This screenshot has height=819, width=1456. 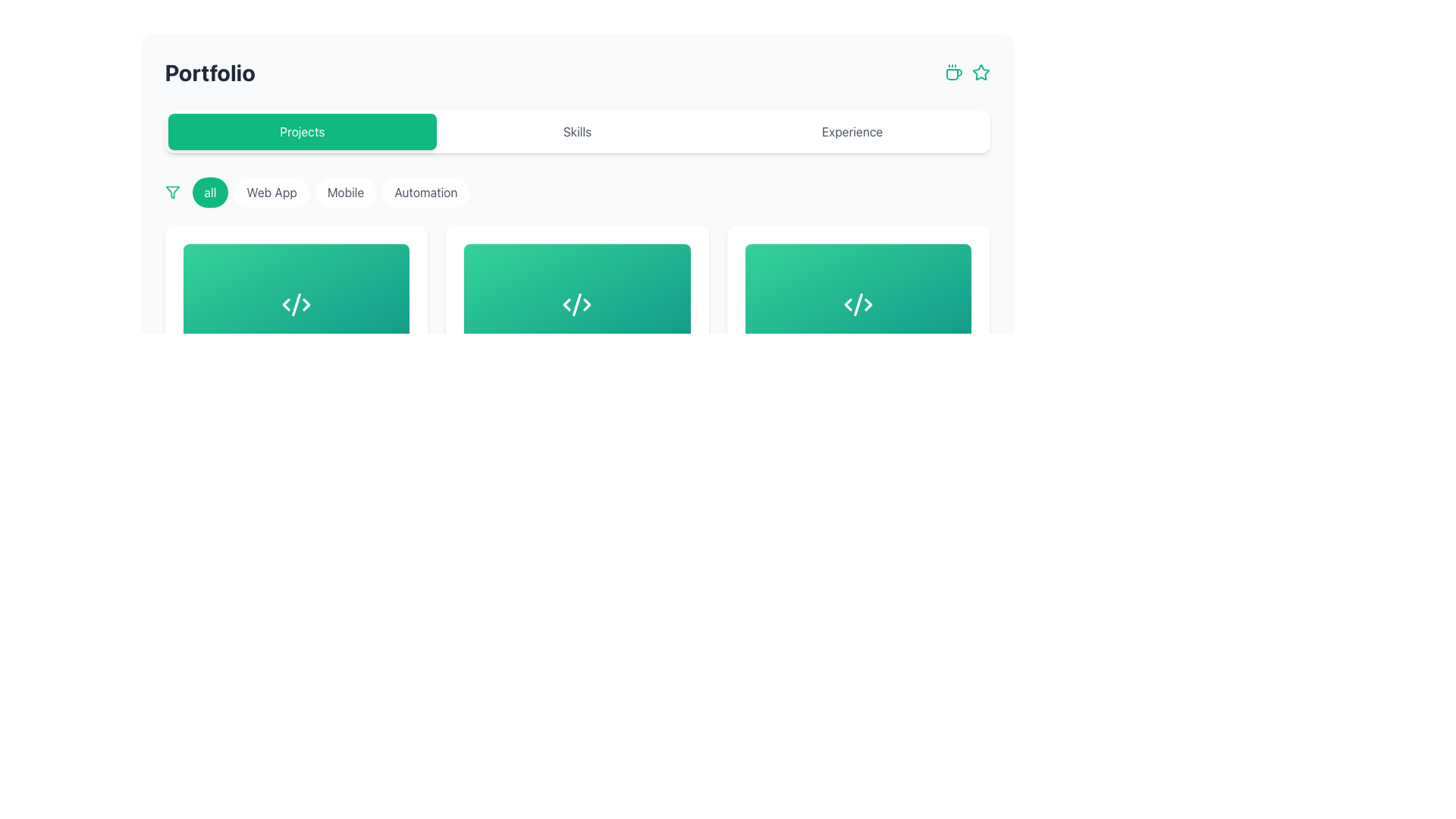 I want to click on the navigation button for 'Projects' located at the far left of the horizontal navigation bar, so click(x=302, y=130).